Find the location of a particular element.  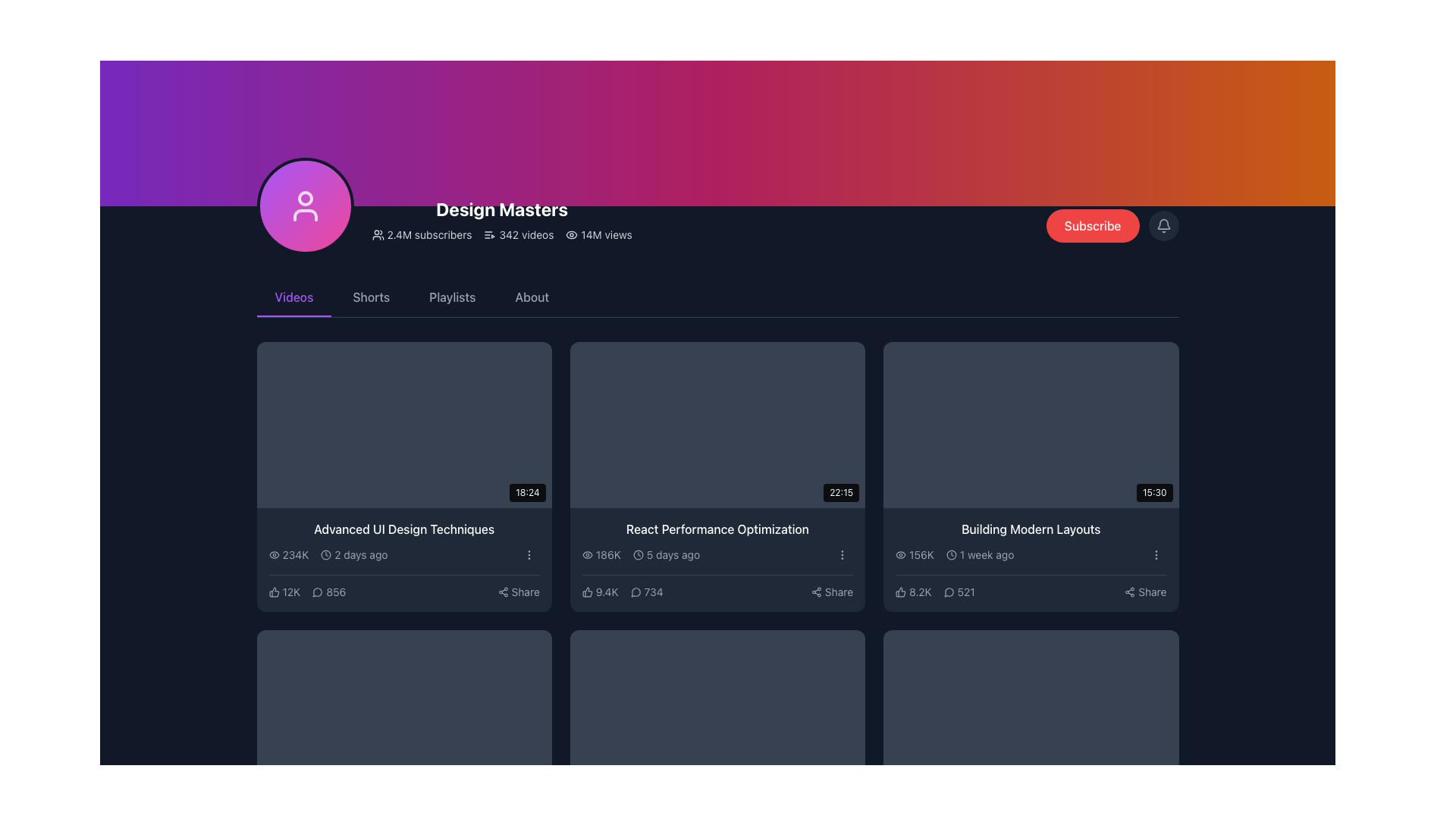

the 'Playlists' navigational link is located at coordinates (451, 298).